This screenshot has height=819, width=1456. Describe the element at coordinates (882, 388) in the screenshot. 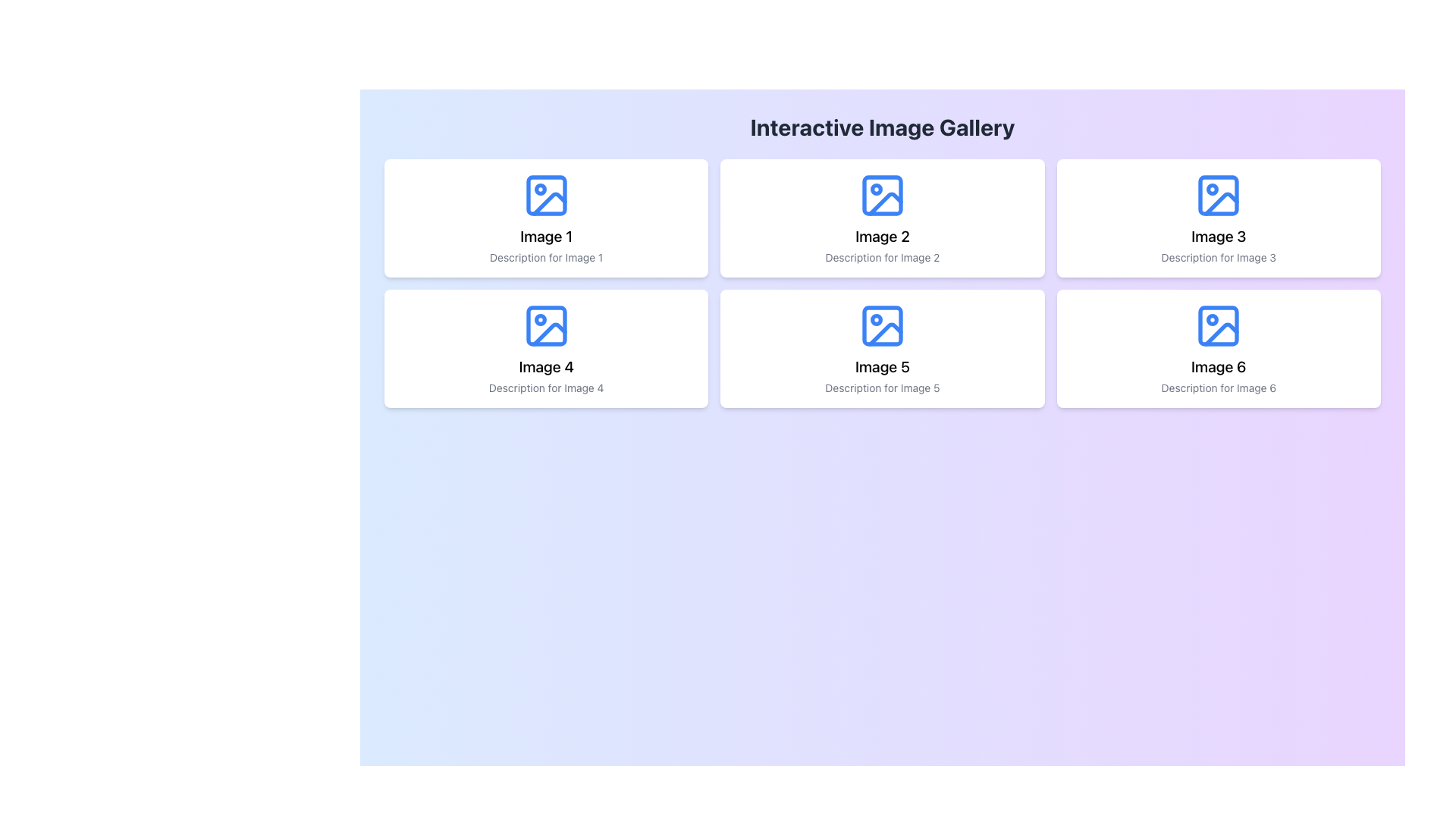

I see `the descriptive text label located below 'Image 5' in the second row, second column of the image gallery layout` at that location.